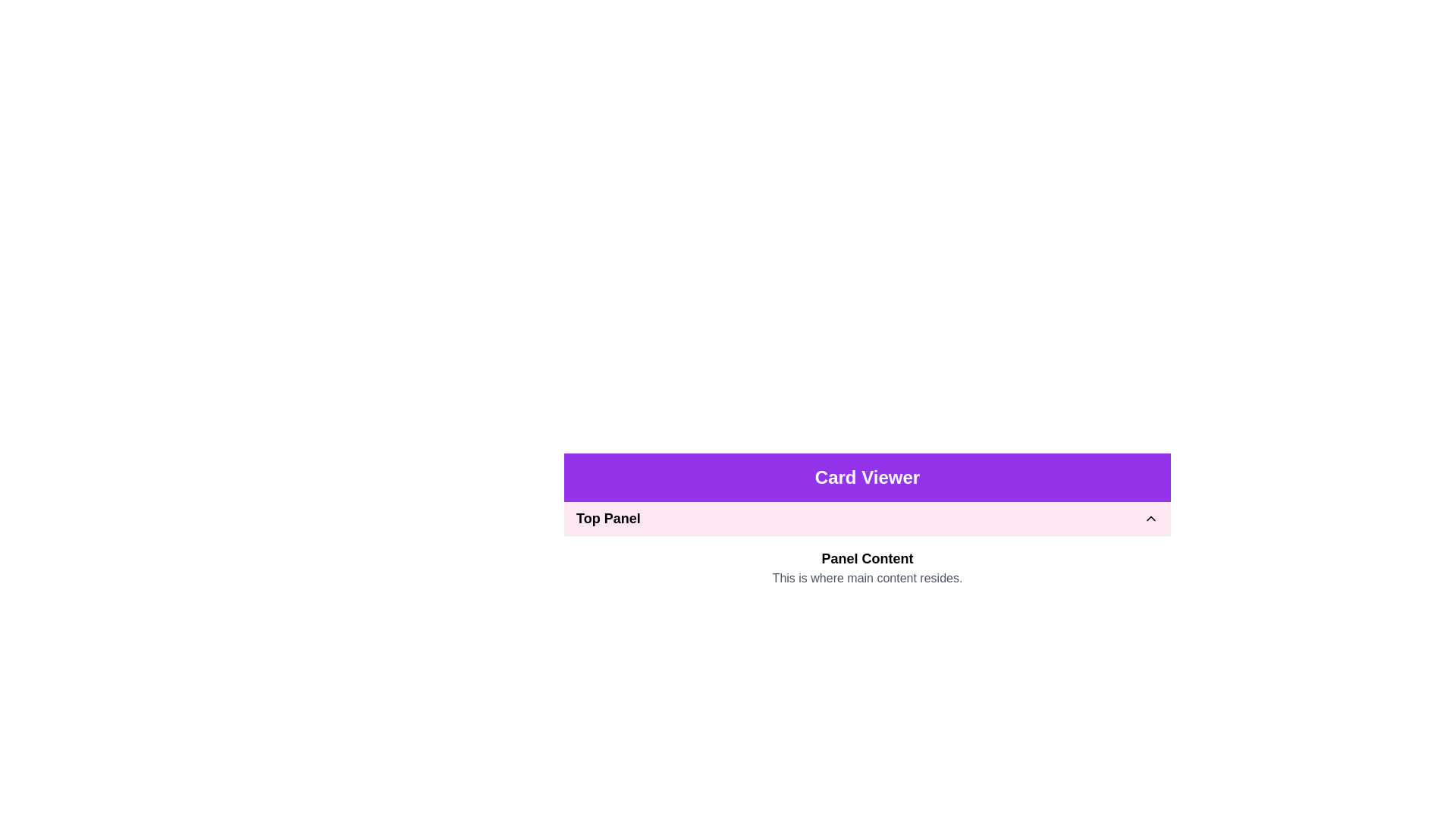 Image resolution: width=1456 pixels, height=819 pixels. What do you see at coordinates (867, 476) in the screenshot?
I see `text displayed in the 'Card Viewer' label, which is a bold, large font styled in white against a vibrant purple background, located near the center of the purple bar at the top of the interface` at bounding box center [867, 476].